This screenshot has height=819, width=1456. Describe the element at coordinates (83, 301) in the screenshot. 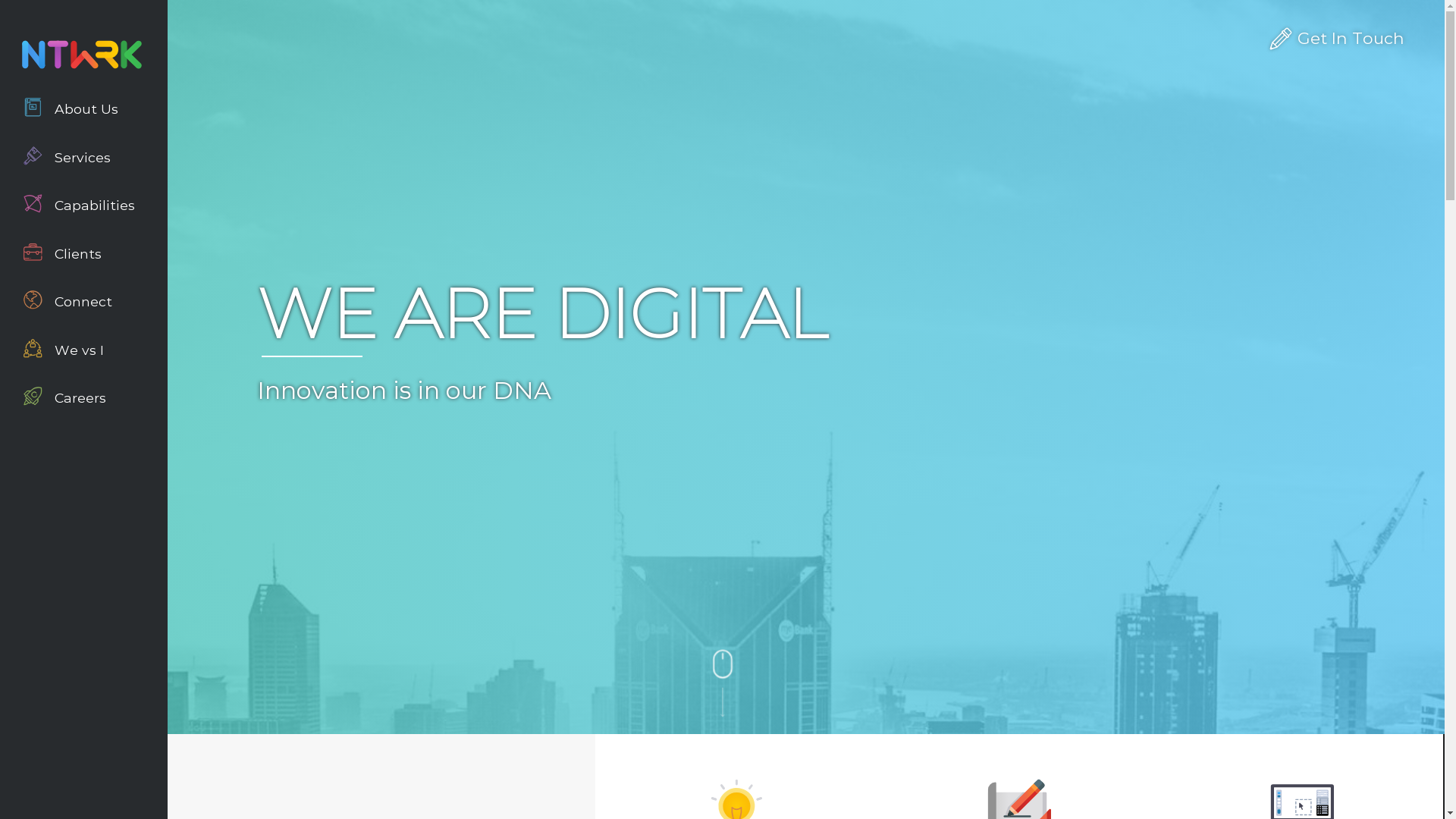

I see `'Connect'` at that location.